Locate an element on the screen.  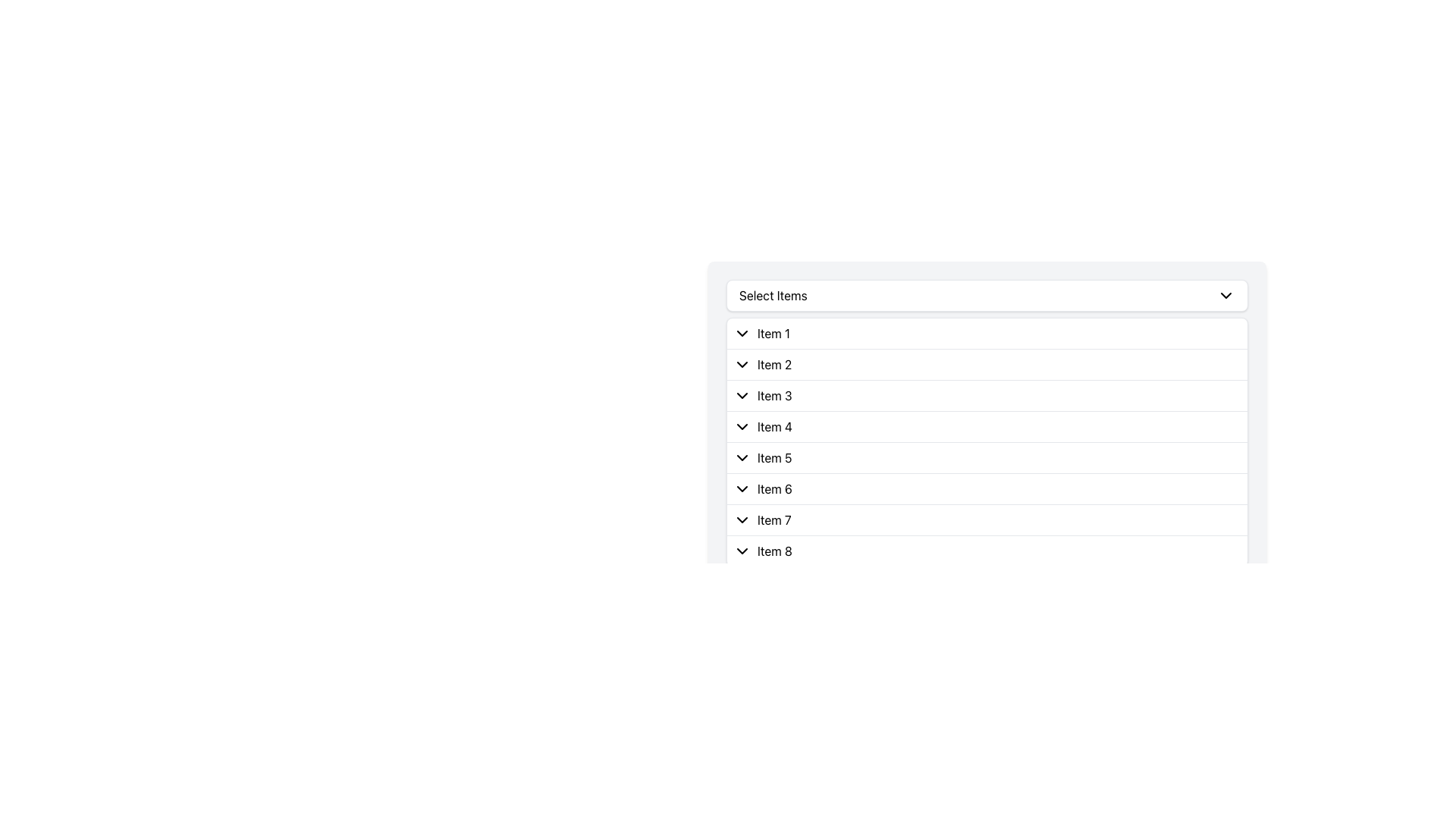
the text label displaying 'Item 5' which is located to the right of a chevron icon within the fifth item of a dropdown-like interface is located at coordinates (774, 457).